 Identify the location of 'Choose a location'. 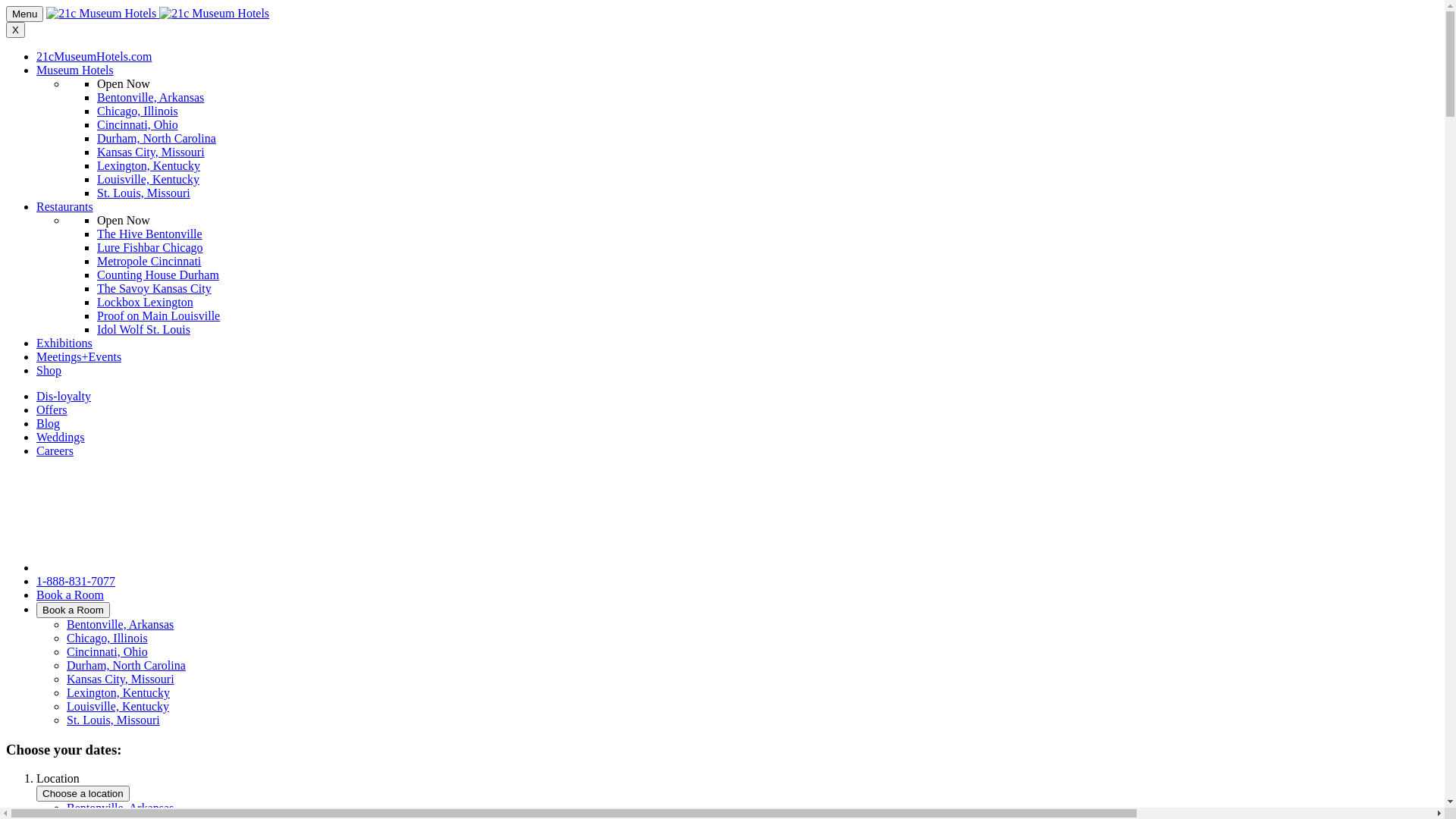
(82, 792).